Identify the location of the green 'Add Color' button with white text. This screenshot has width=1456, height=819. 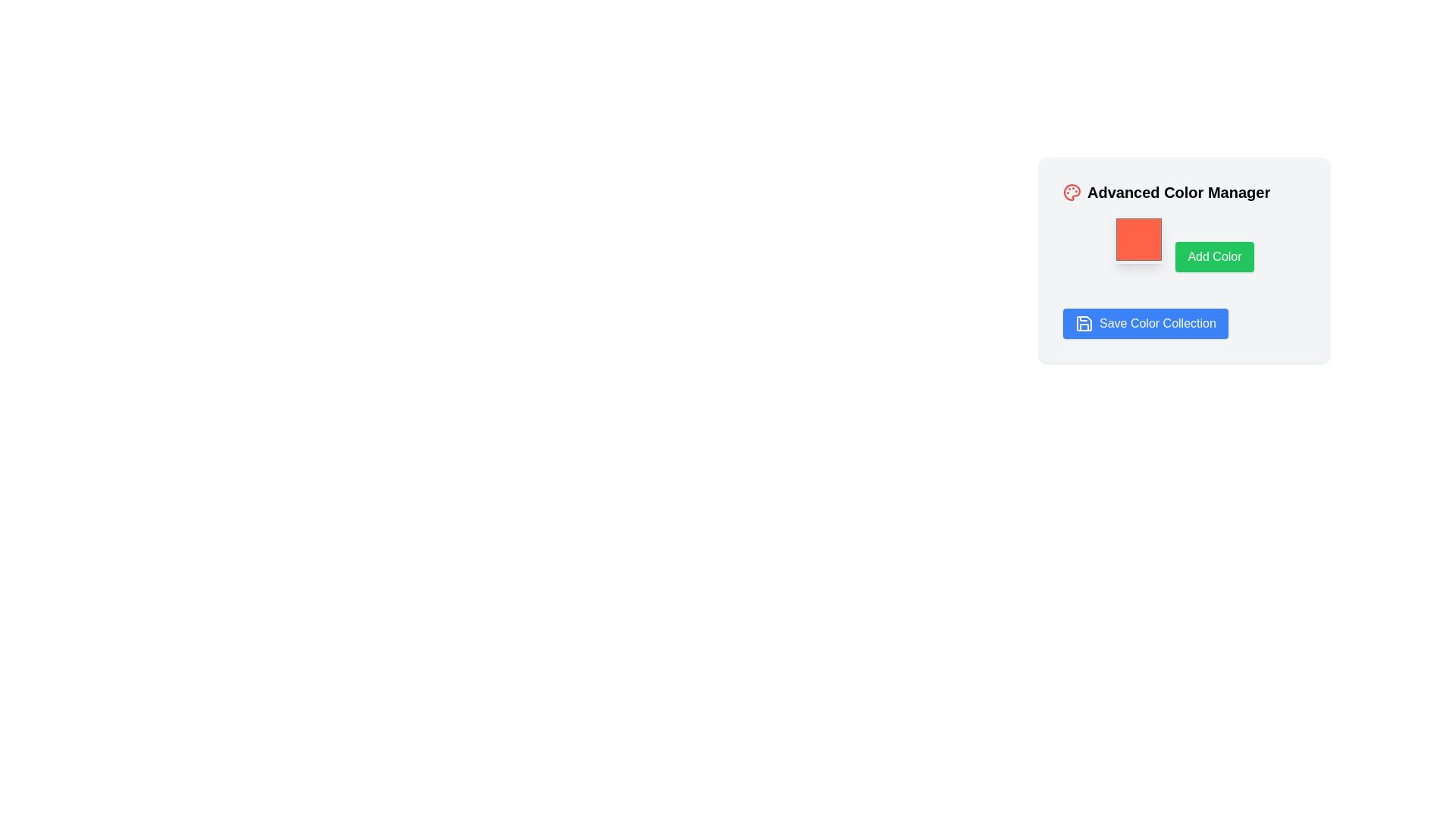
(1183, 243).